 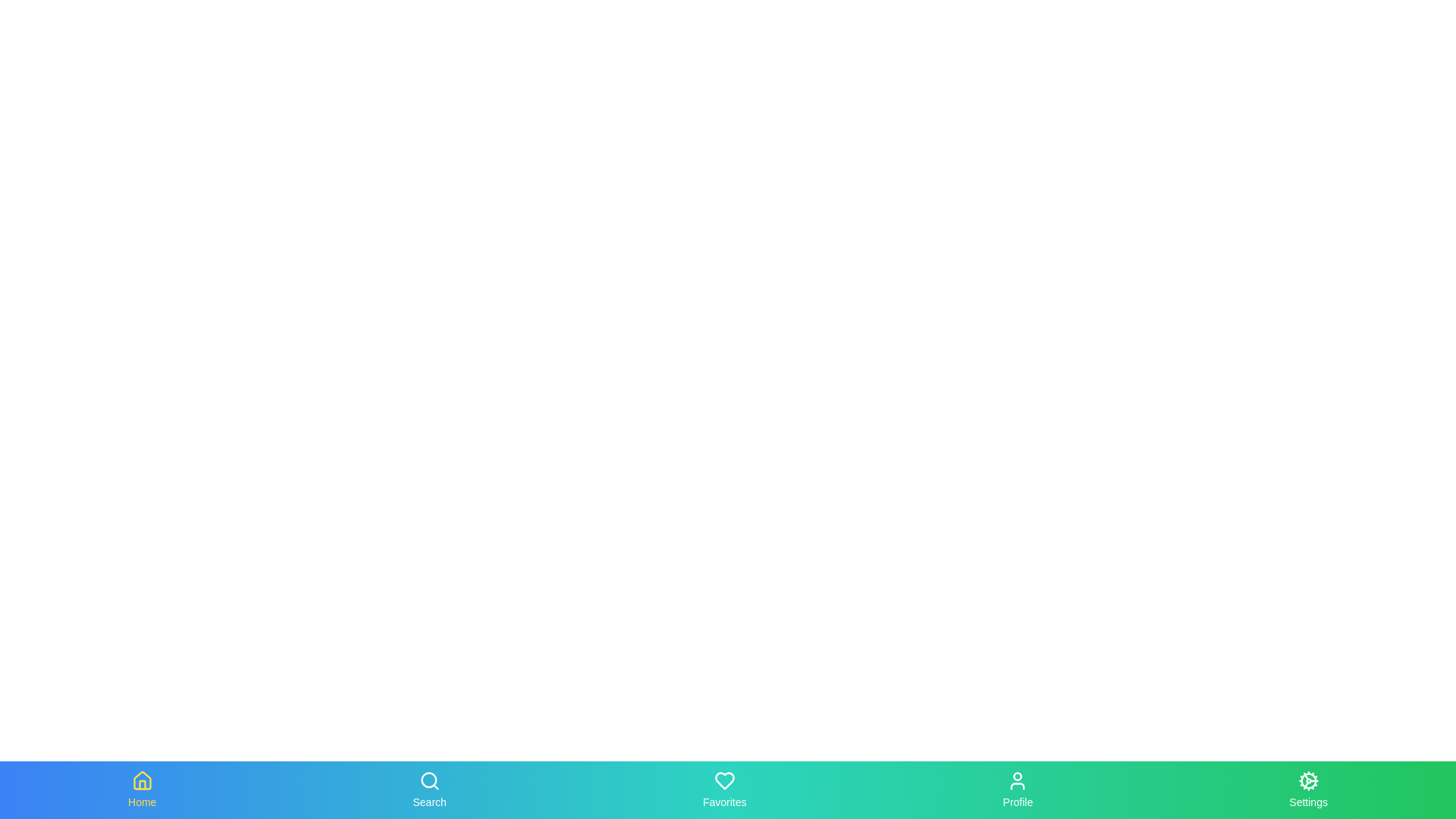 I want to click on the Profile tab in the bottom navigation, so click(x=1018, y=789).